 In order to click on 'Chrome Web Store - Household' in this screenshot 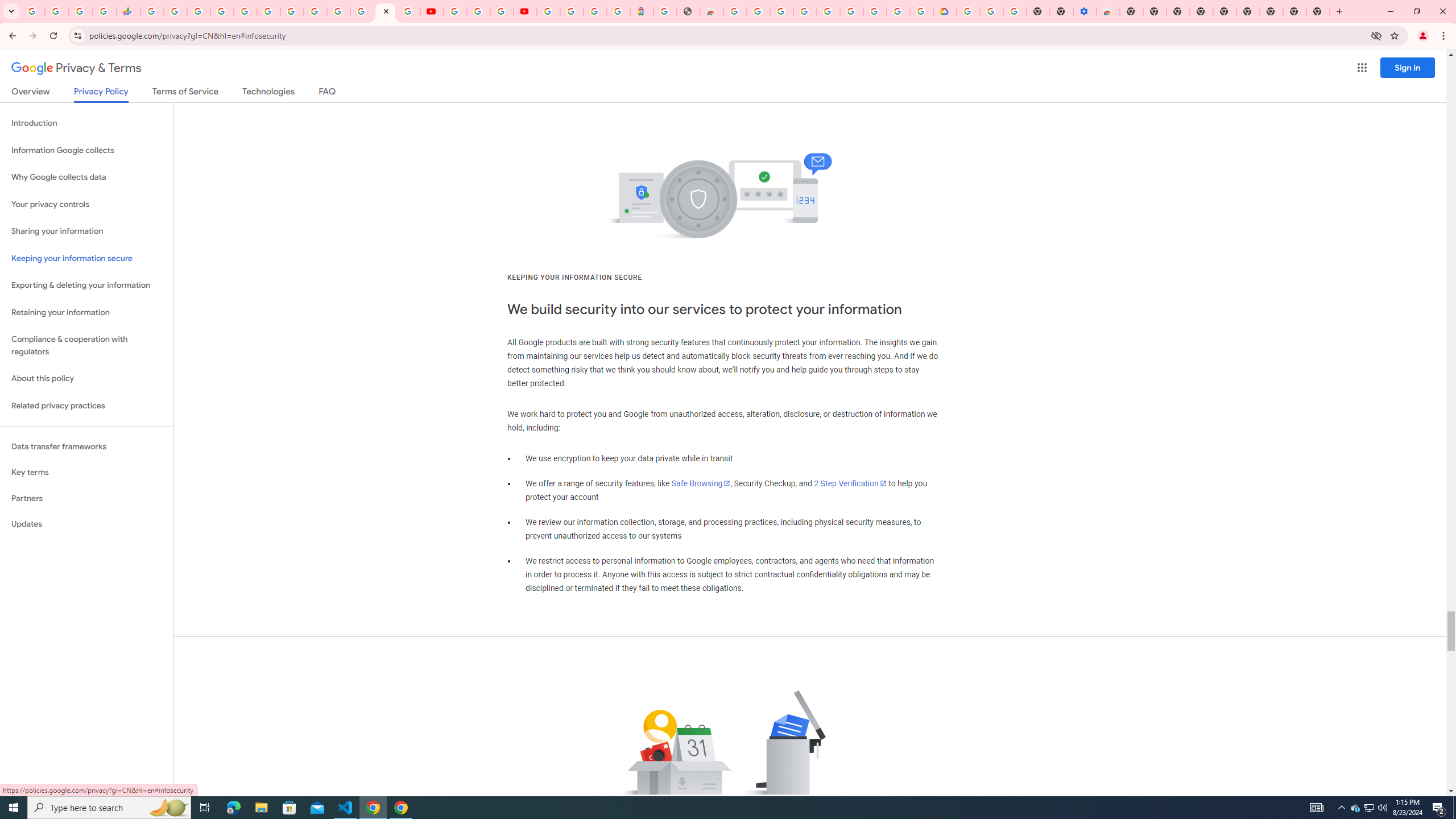, I will do `click(711, 11)`.